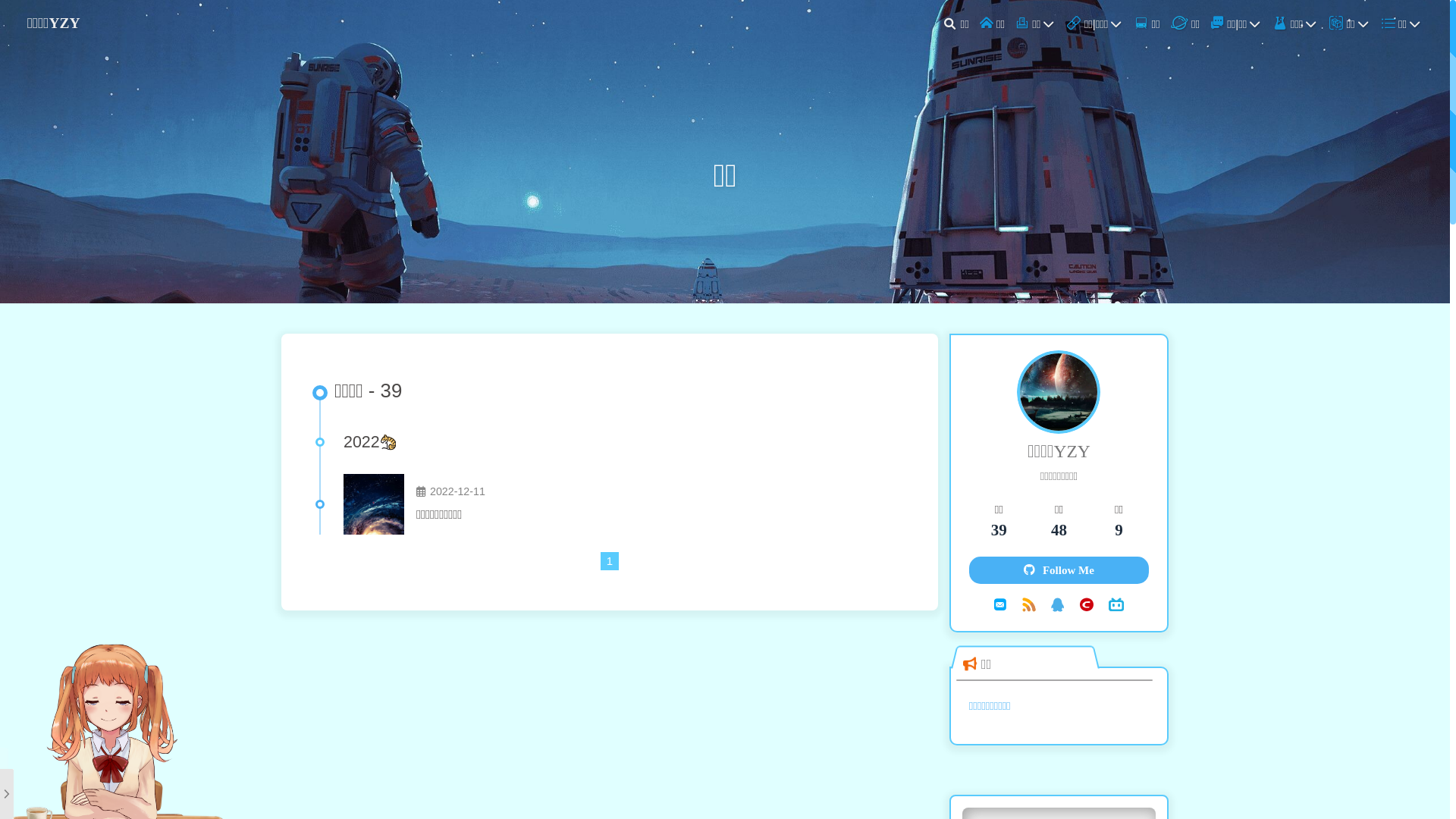  Describe the element at coordinates (1058, 570) in the screenshot. I see `'Follow Me'` at that location.